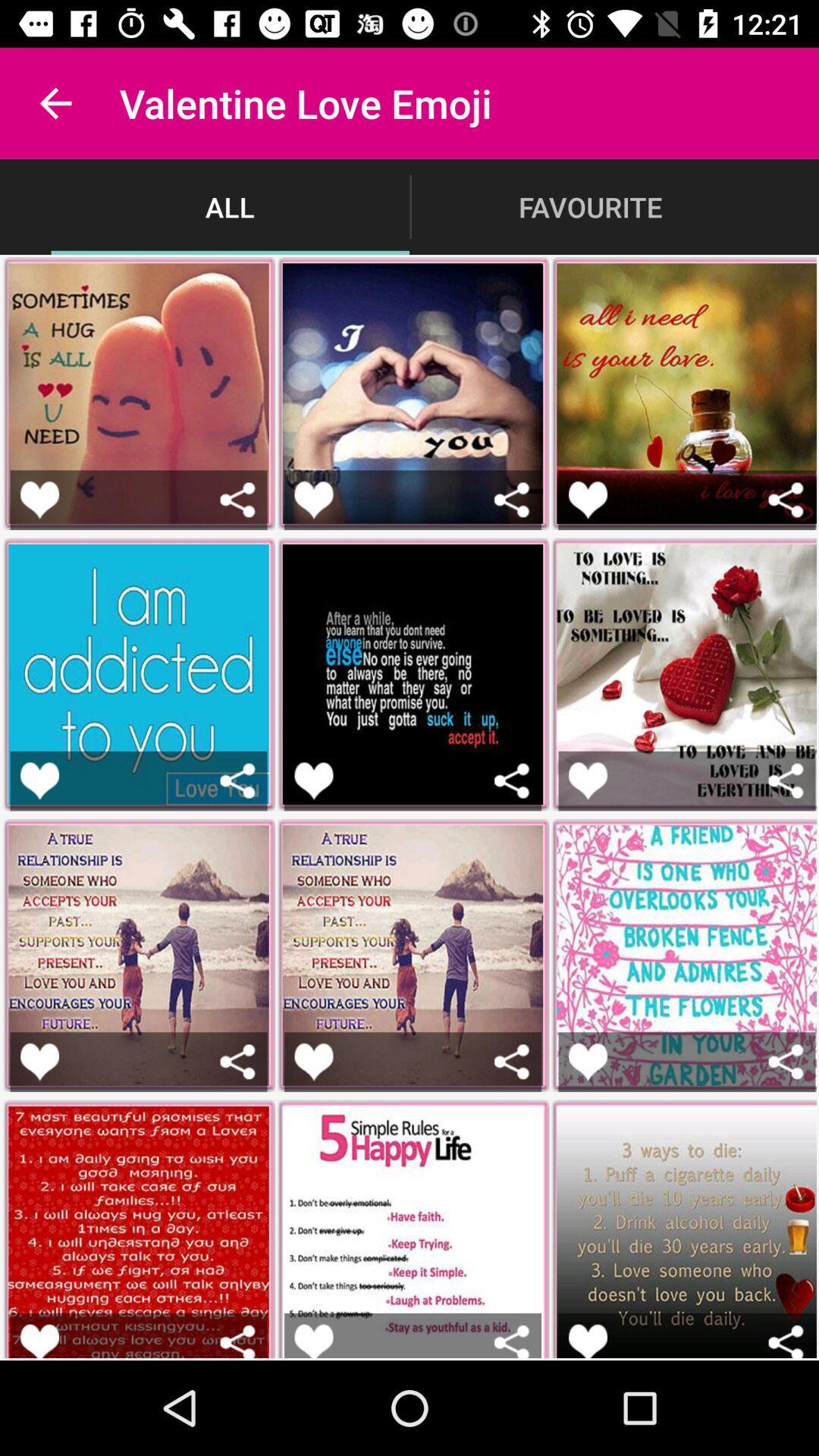 This screenshot has width=819, height=1456. What do you see at coordinates (39, 780) in the screenshot?
I see `like the post` at bounding box center [39, 780].